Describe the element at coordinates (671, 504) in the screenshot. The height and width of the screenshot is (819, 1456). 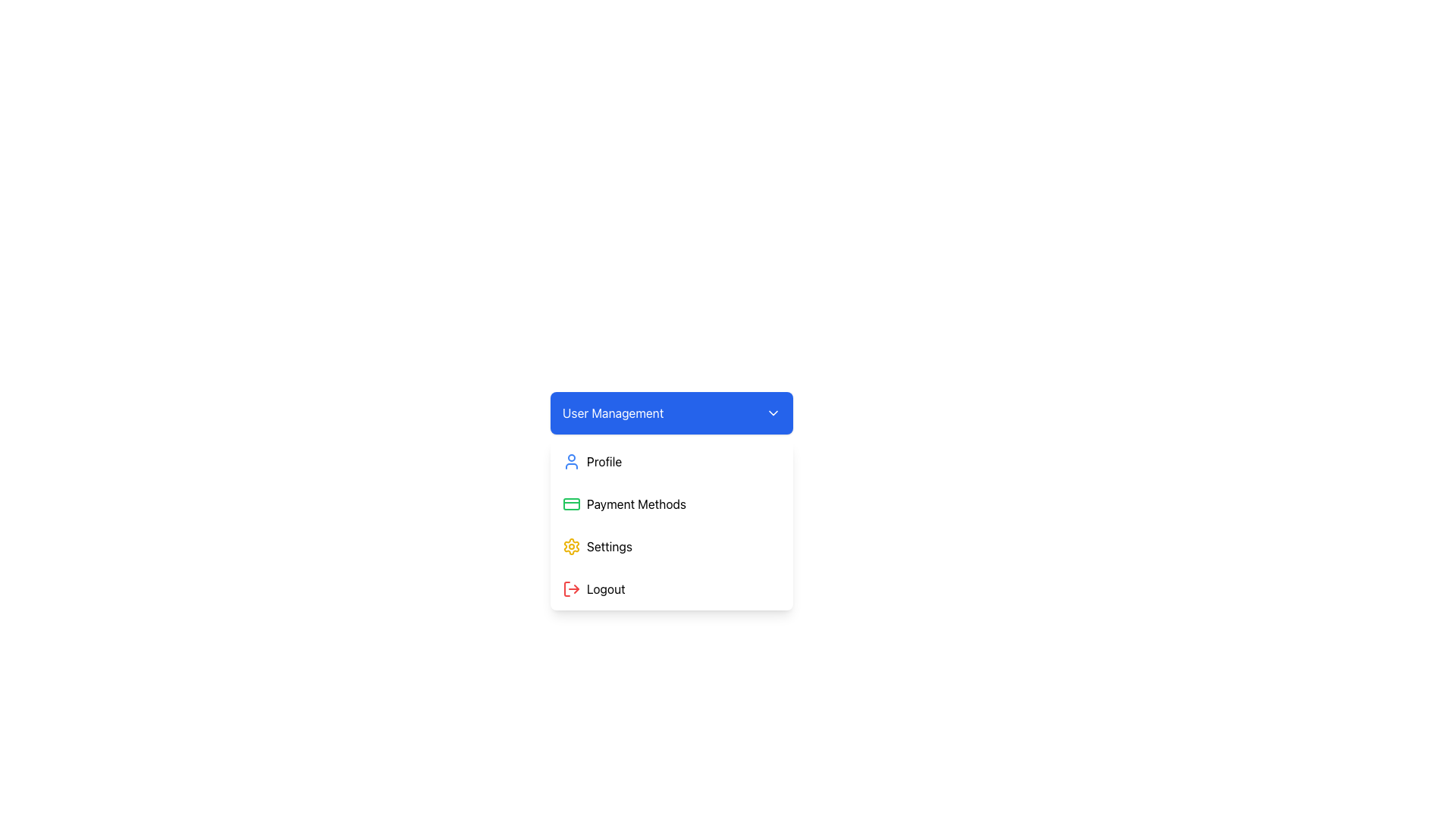
I see `the second menu item` at that location.